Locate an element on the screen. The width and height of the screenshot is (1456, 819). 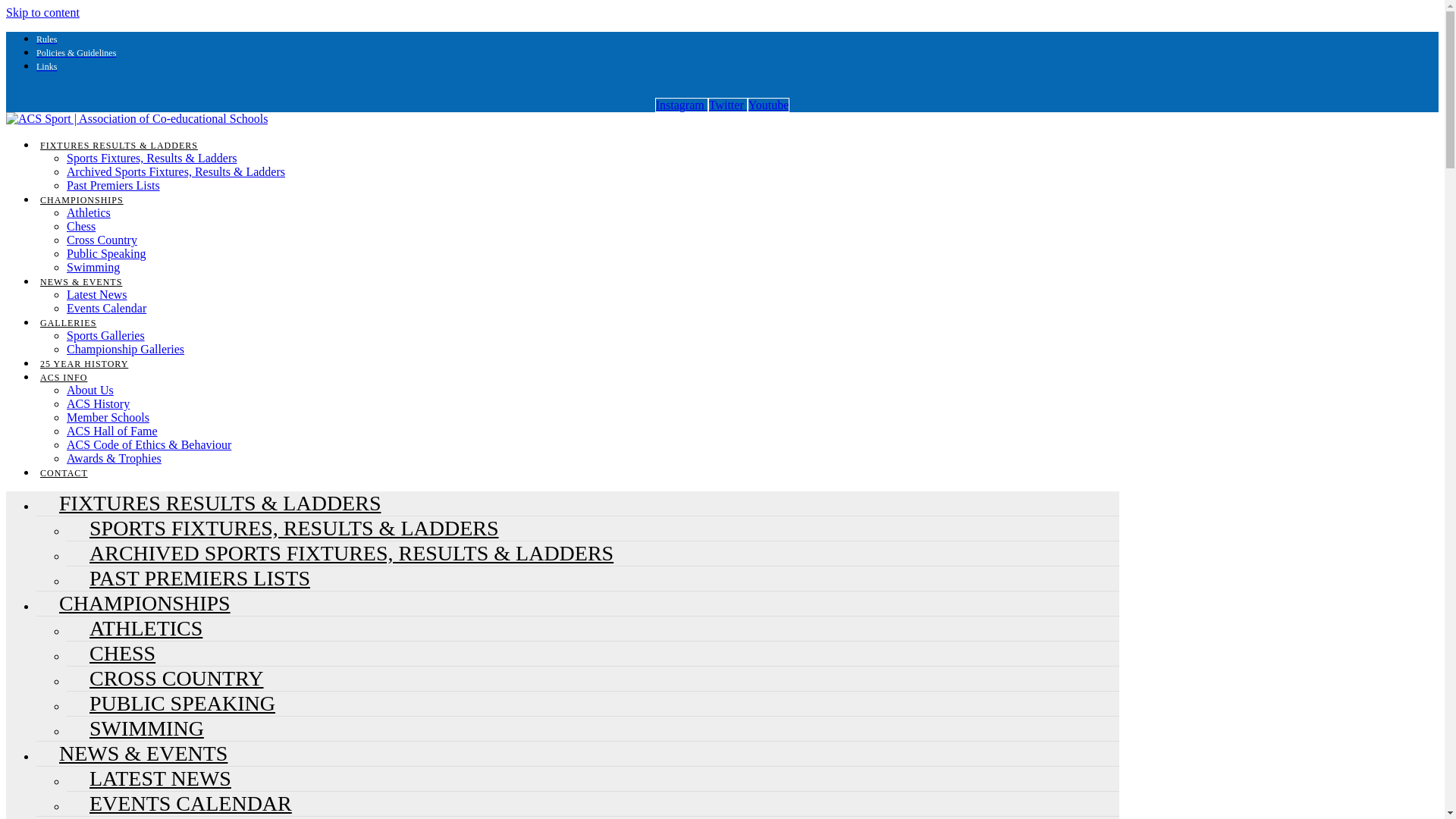
'Twitter' is located at coordinates (708, 104).